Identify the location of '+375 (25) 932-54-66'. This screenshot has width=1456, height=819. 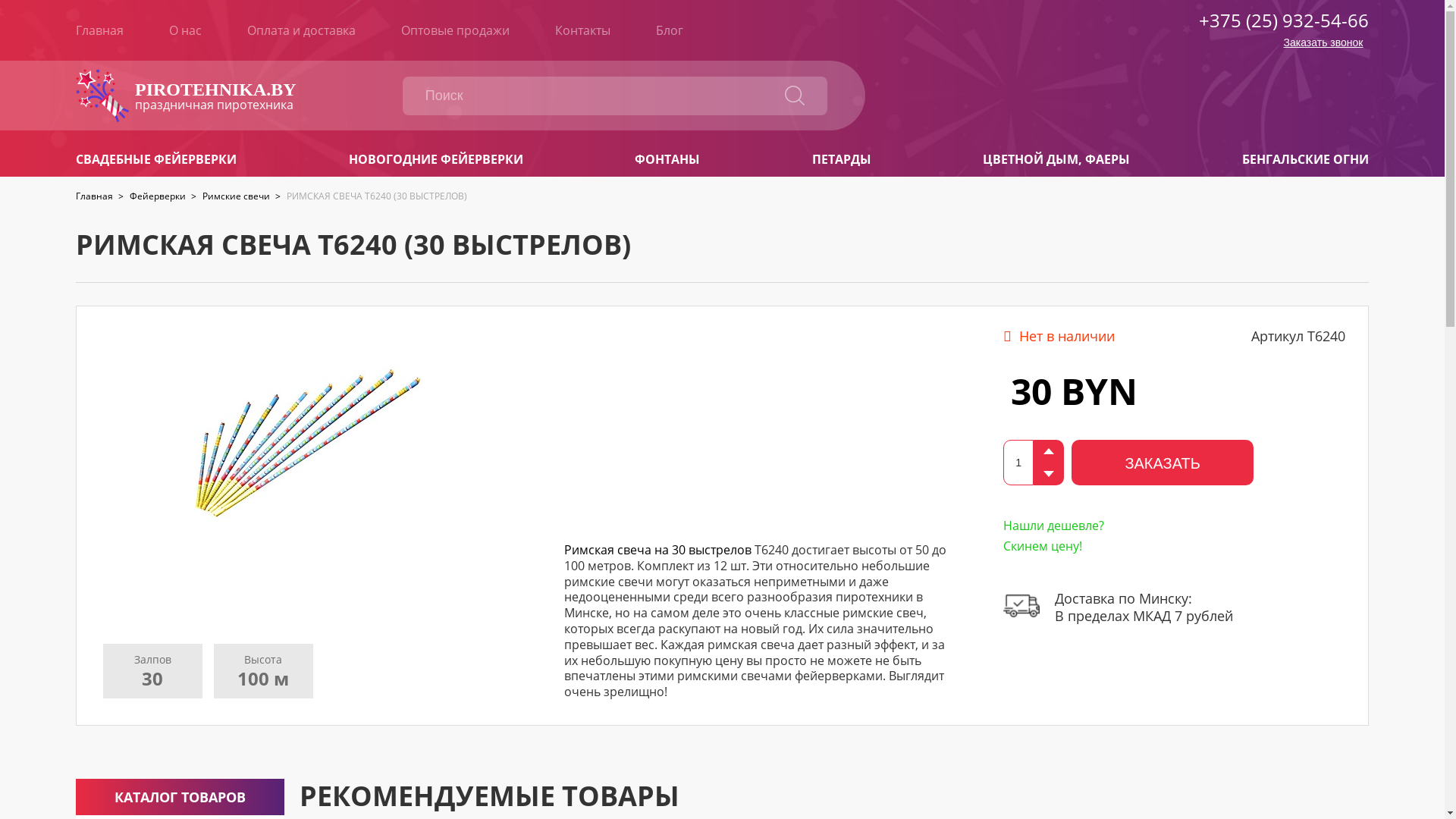
(1283, 20).